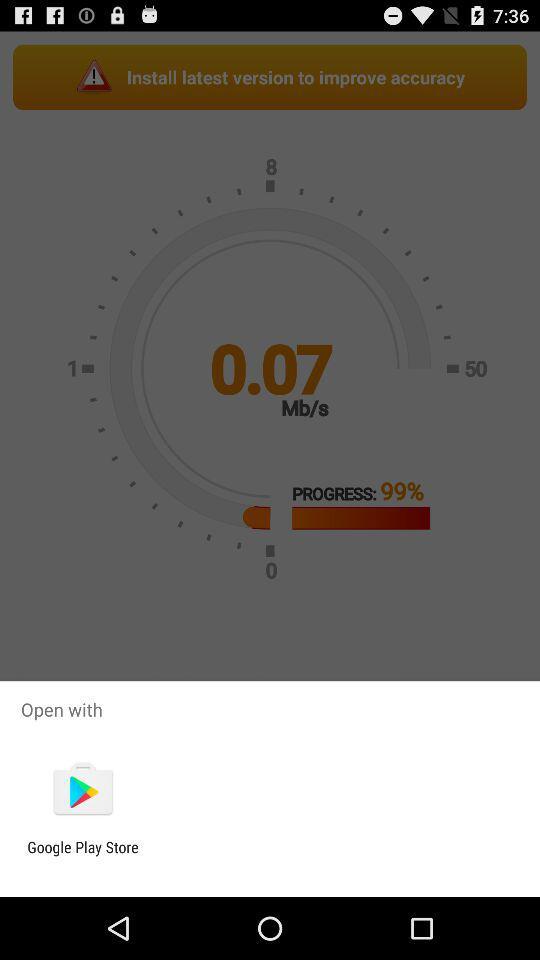 This screenshot has width=540, height=960. I want to click on the item below open with app, so click(82, 790).